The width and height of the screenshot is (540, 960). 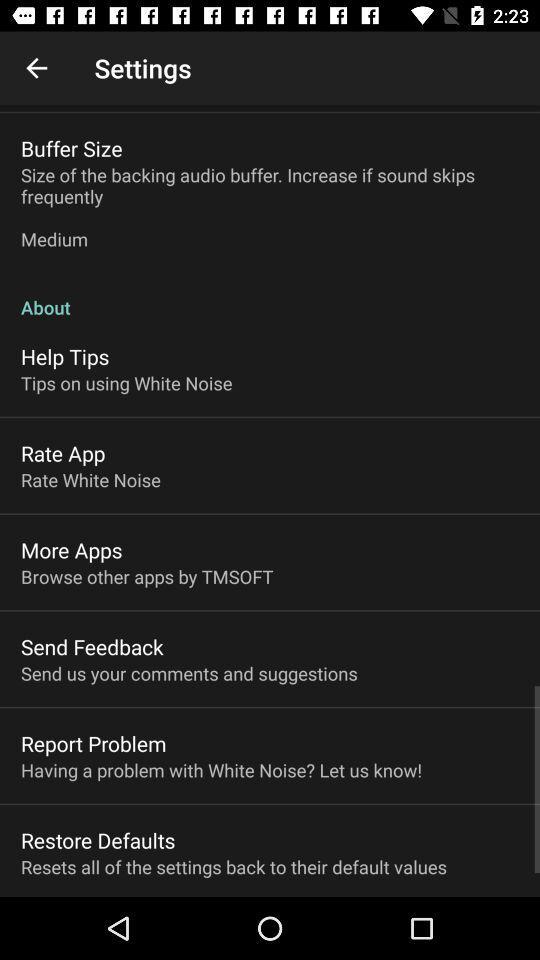 What do you see at coordinates (189, 673) in the screenshot?
I see `icon below the send feedback item` at bounding box center [189, 673].